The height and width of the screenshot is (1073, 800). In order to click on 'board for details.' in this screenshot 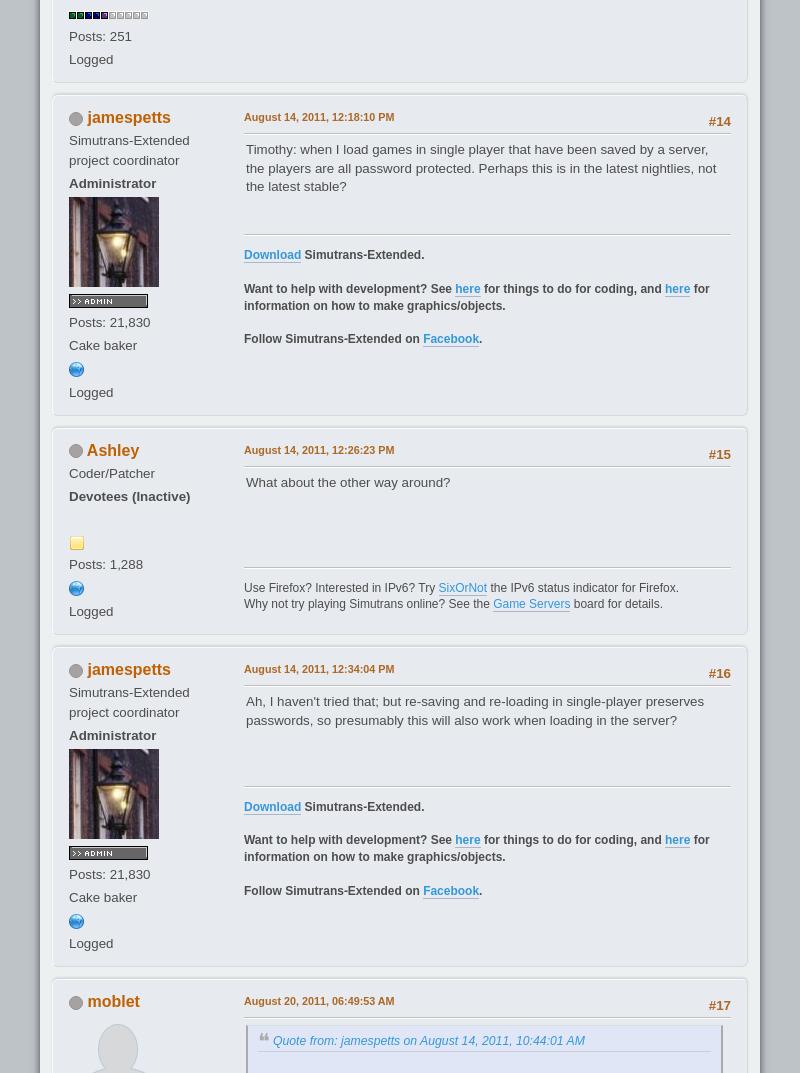, I will do `click(616, 602)`.